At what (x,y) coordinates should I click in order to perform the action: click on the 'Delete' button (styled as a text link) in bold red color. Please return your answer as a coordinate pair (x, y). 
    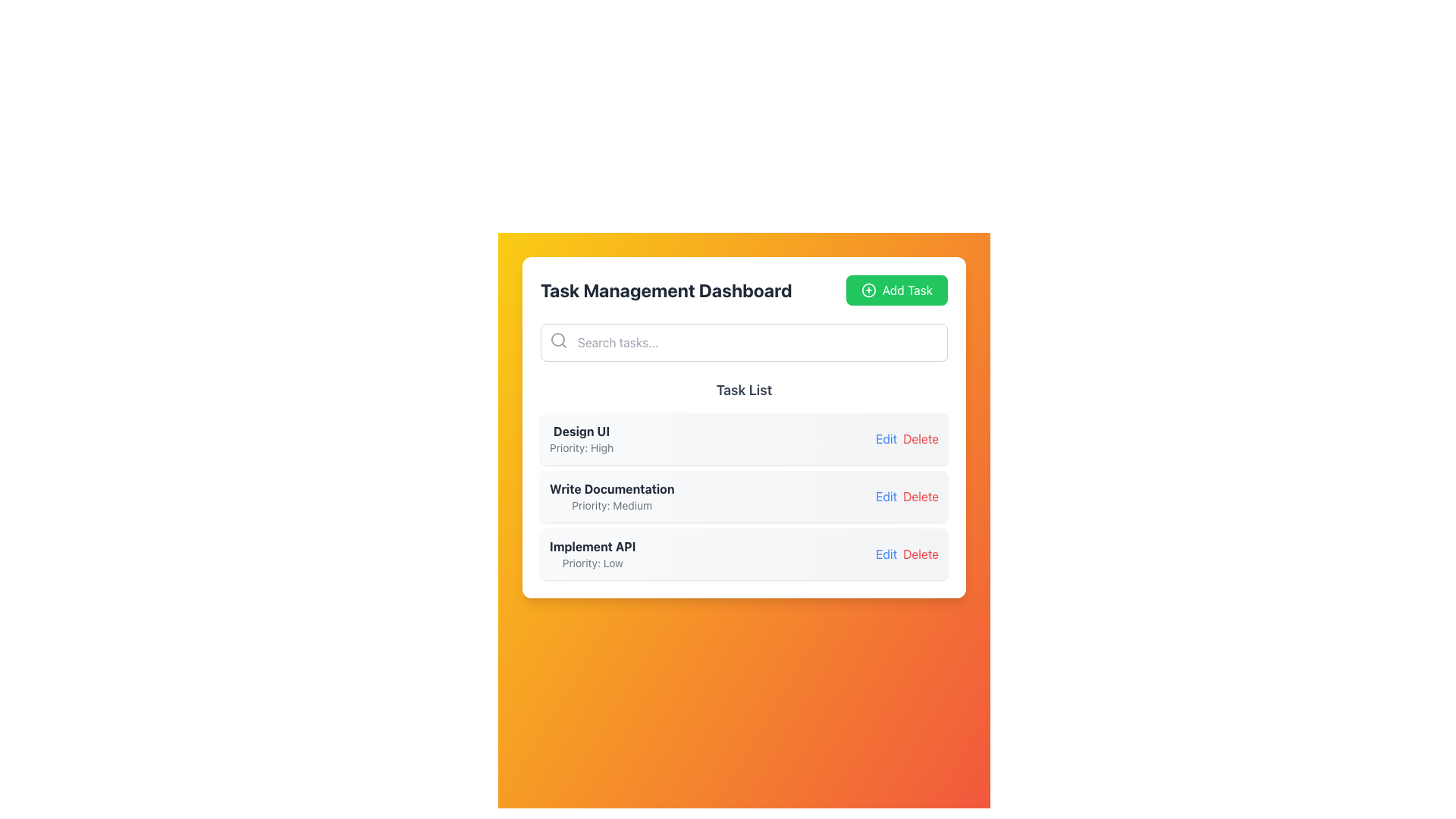
    Looking at the image, I should click on (920, 438).